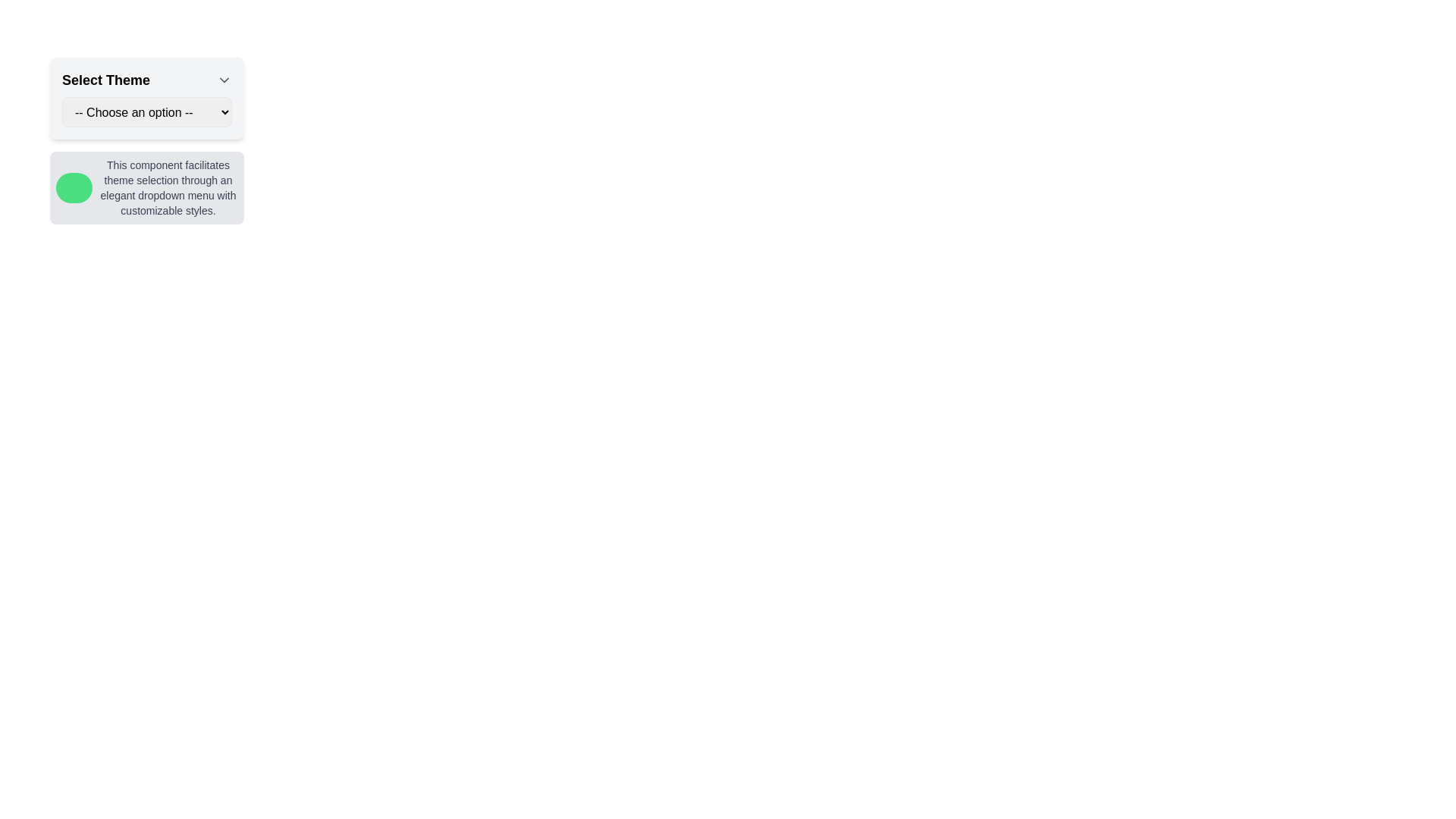 The height and width of the screenshot is (819, 1456). What do you see at coordinates (146, 140) in the screenshot?
I see `the dropdown menu in the composite component that allows users to select themes, highlighting the options available` at bounding box center [146, 140].